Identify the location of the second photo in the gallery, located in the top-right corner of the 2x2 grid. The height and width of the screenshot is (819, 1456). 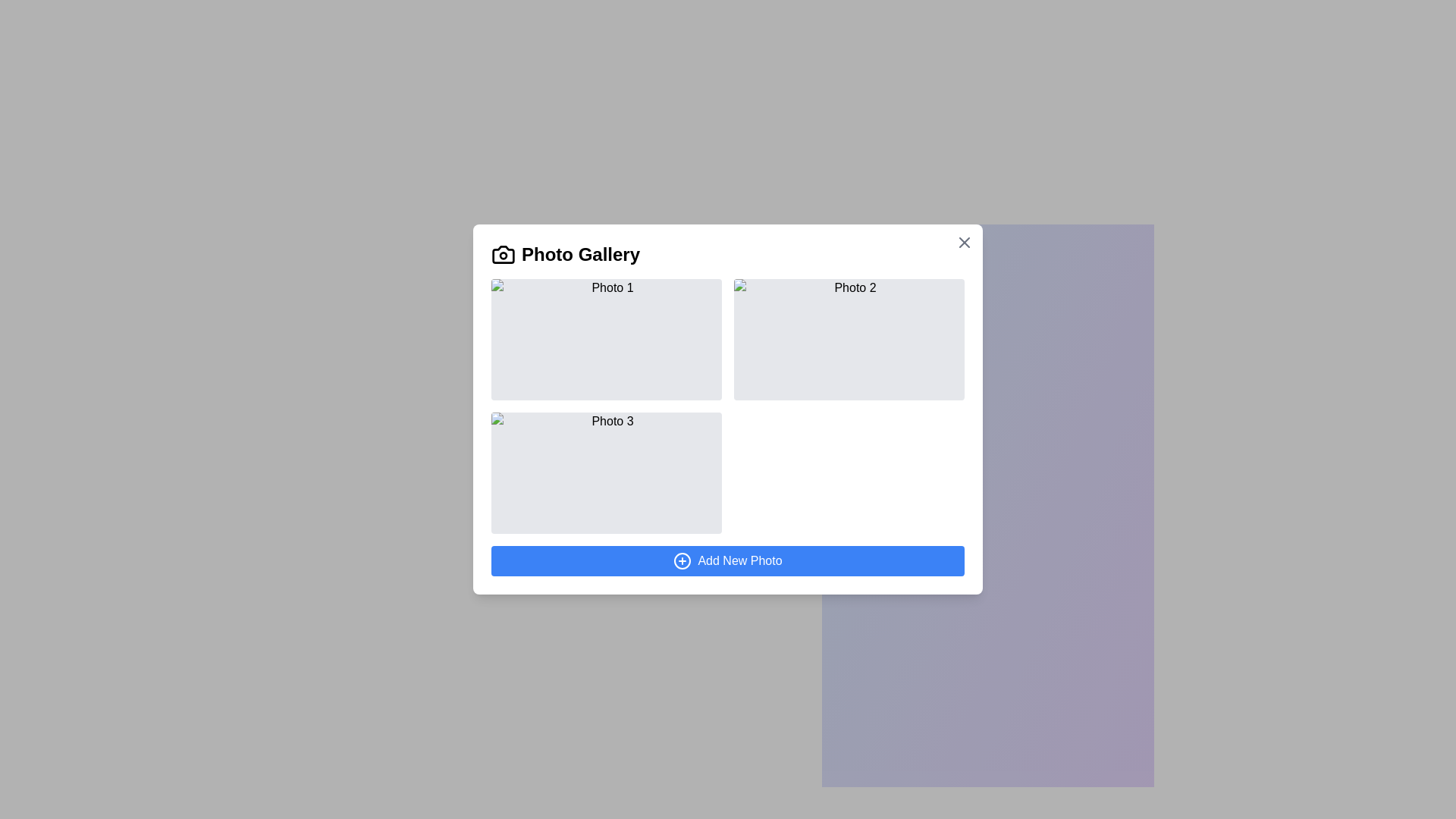
(848, 338).